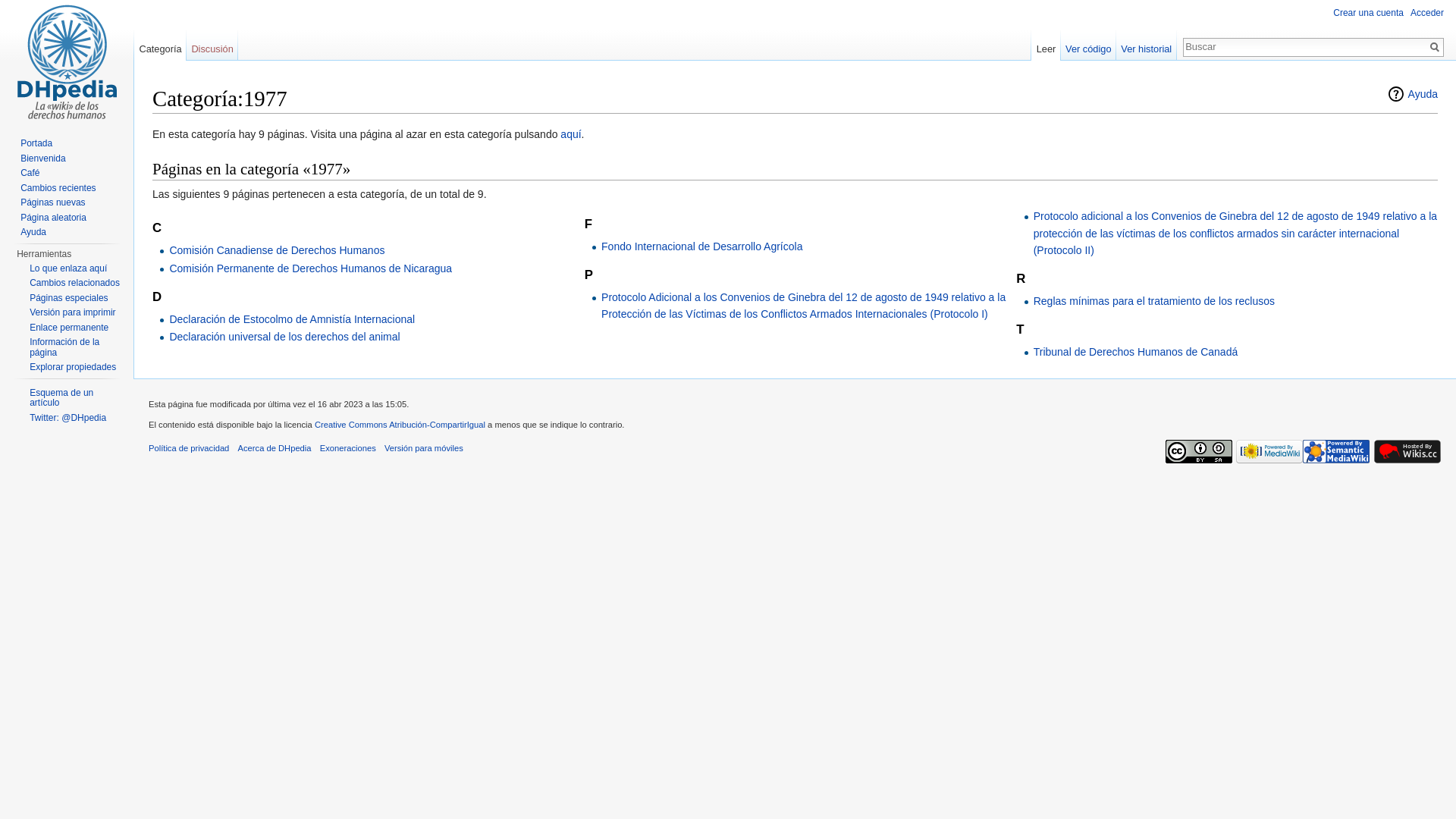 The image size is (1456, 819). What do you see at coordinates (275, 447) in the screenshot?
I see `'Acerca de DHpedia'` at bounding box center [275, 447].